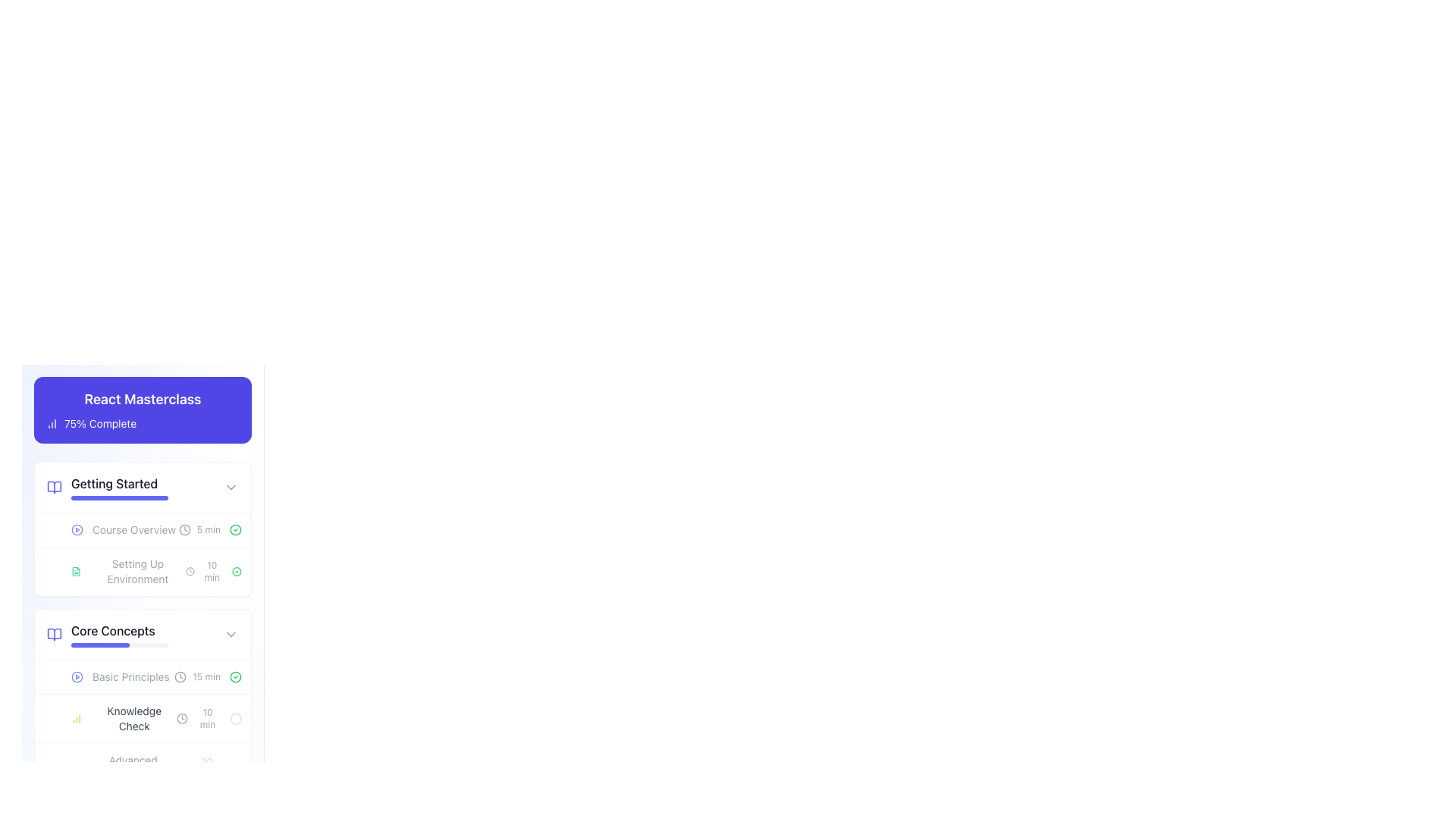  I want to click on the amber column chart icon located to the left of the 'Knowledge Check' text in the 'Core Concepts' section, so click(76, 718).